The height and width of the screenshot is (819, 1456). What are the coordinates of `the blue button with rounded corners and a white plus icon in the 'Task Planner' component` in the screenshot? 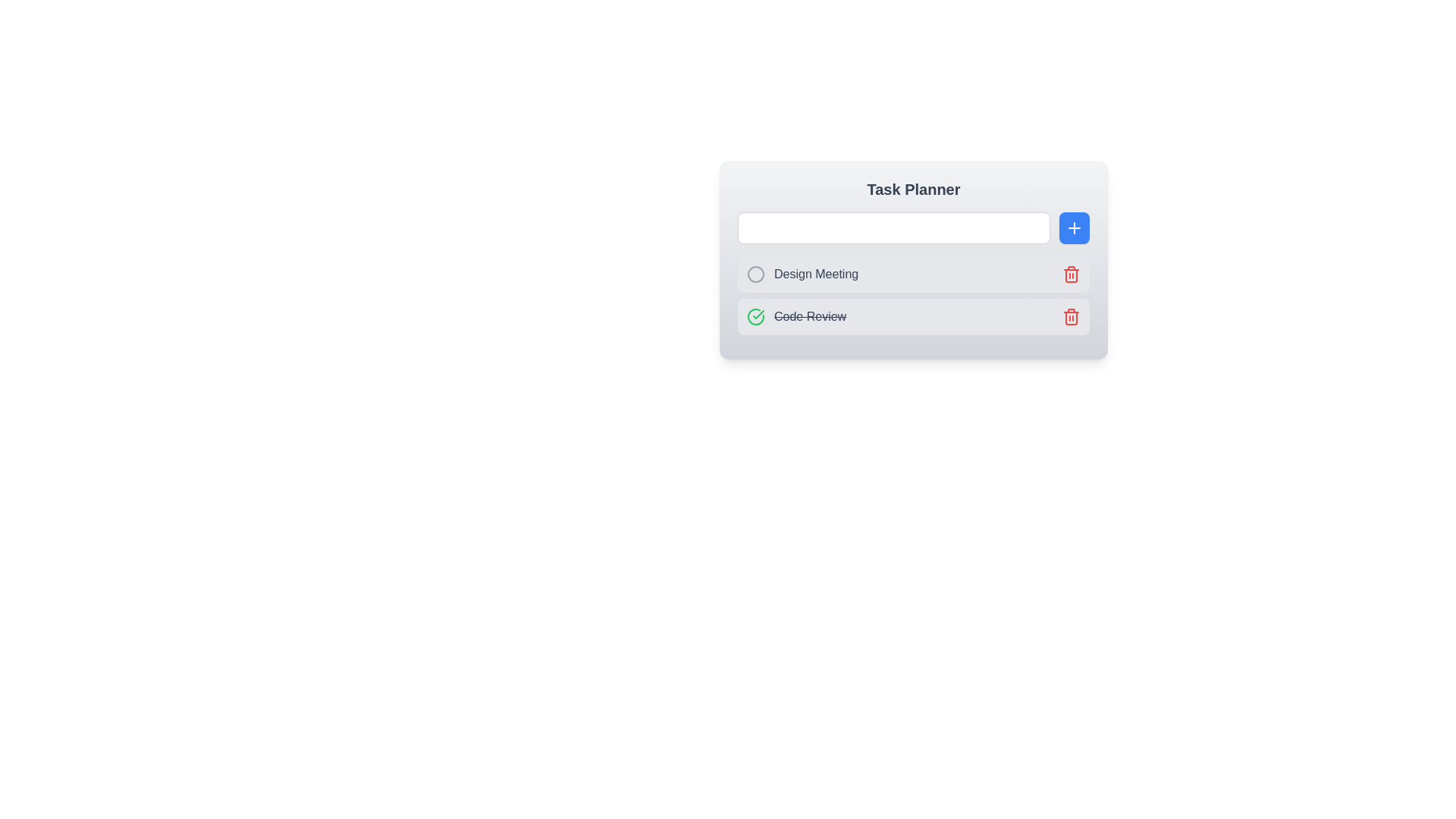 It's located at (1073, 227).